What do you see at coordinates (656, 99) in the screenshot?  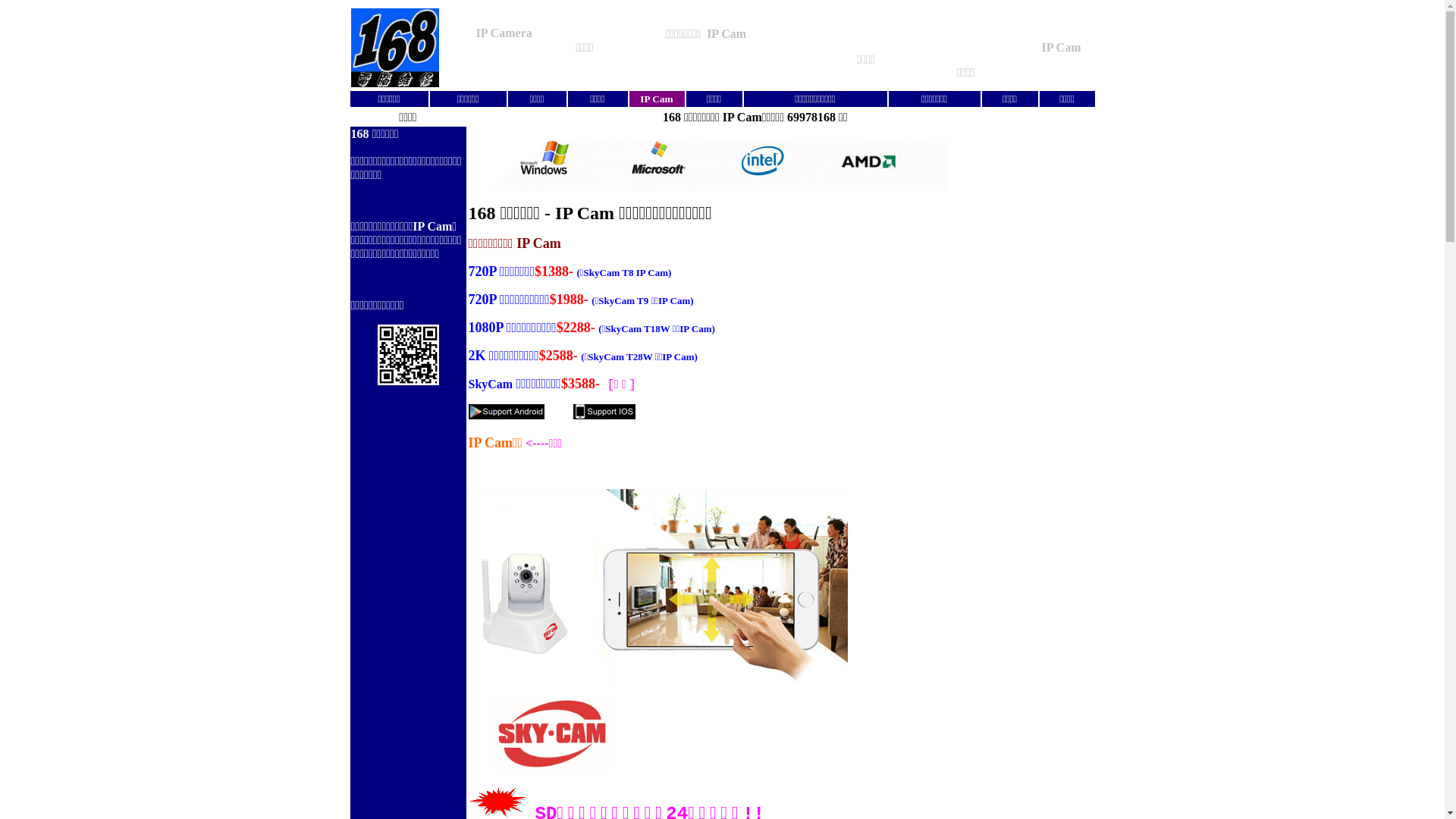 I see `'IP Cam'` at bounding box center [656, 99].